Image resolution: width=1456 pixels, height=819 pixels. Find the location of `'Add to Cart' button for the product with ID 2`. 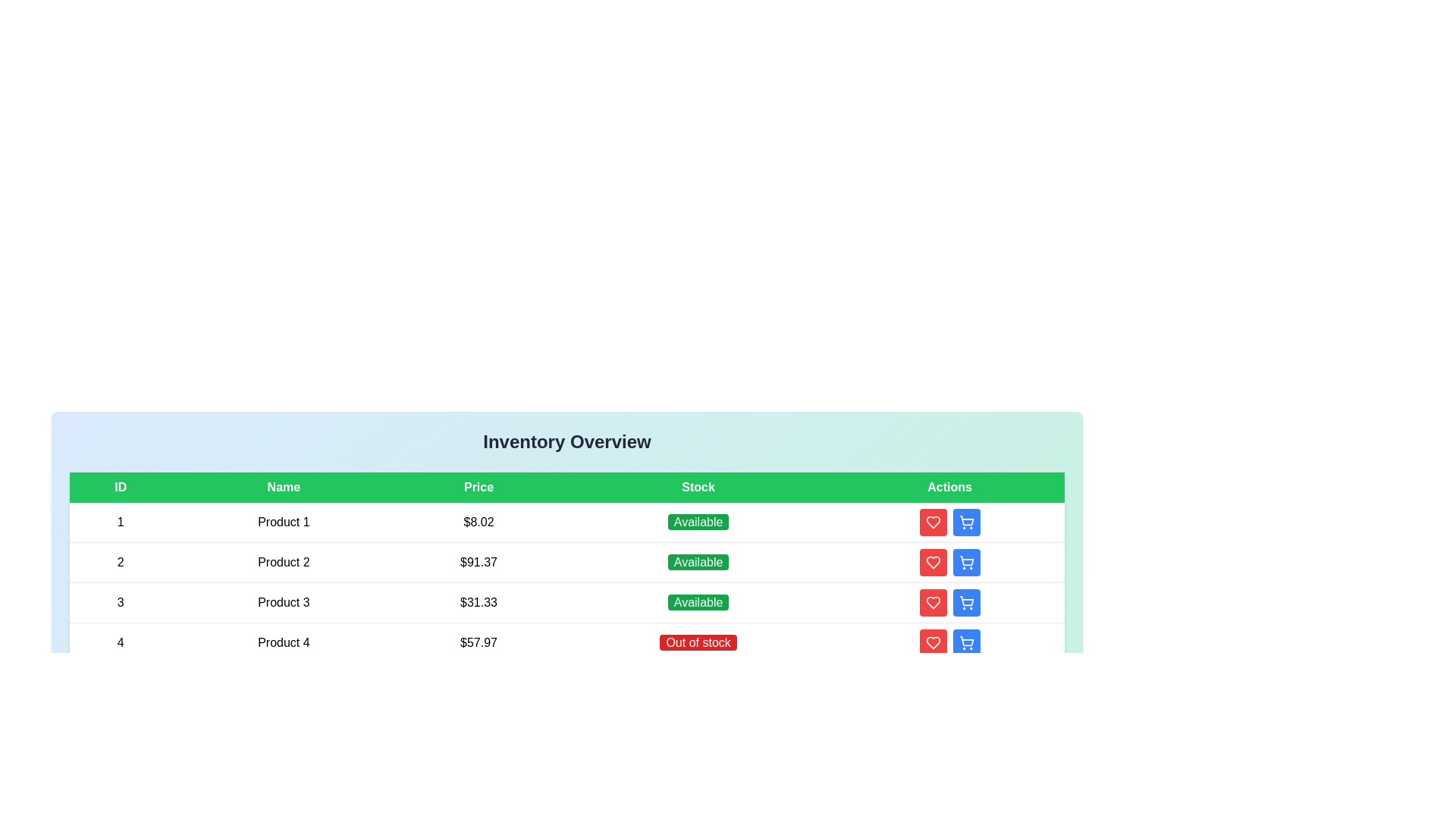

'Add to Cart' button for the product with ID 2 is located at coordinates (965, 562).